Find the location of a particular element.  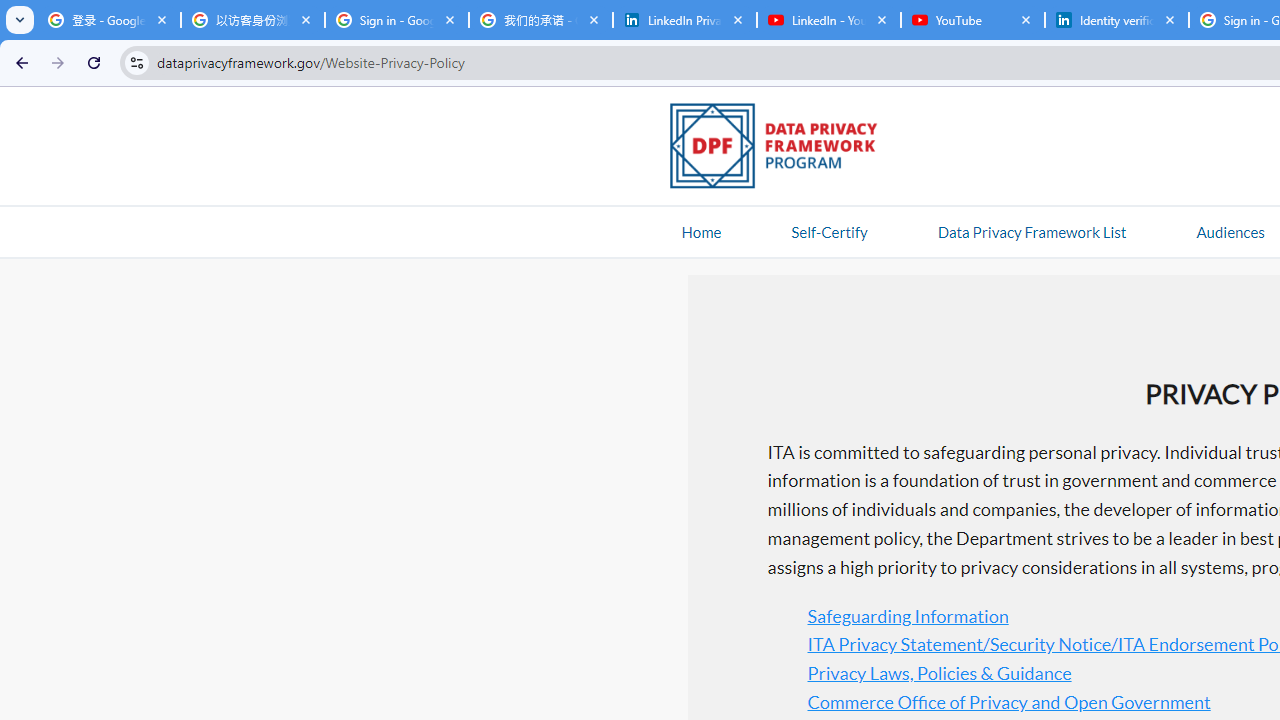

'Data Privacy Framework List' is located at coordinates (1031, 230).